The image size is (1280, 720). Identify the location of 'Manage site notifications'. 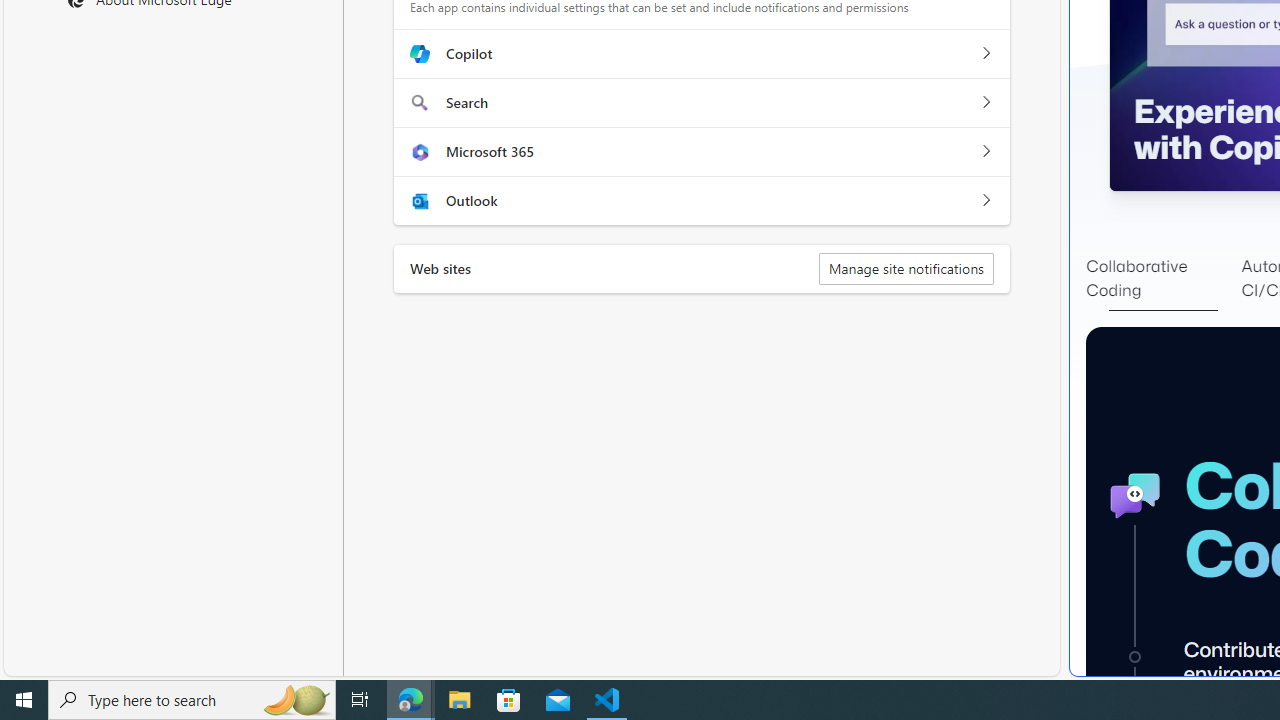
(905, 267).